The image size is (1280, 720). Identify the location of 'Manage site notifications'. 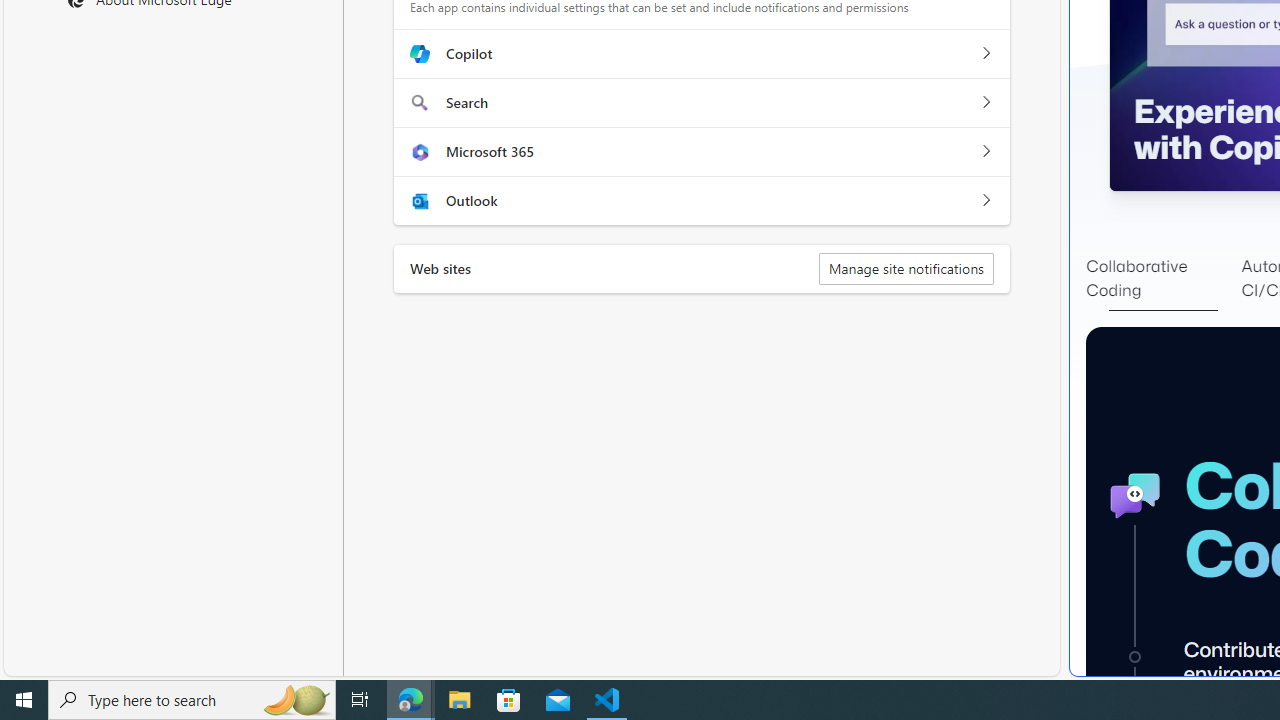
(905, 267).